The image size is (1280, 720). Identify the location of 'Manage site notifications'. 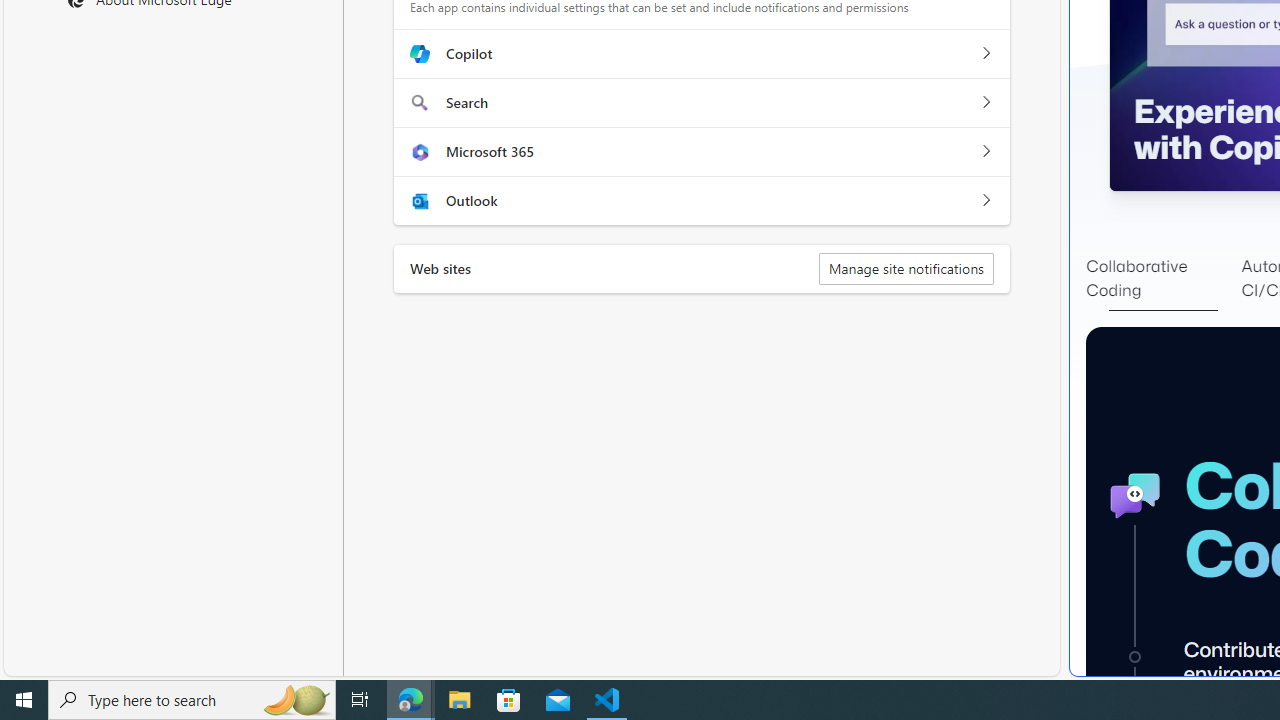
(905, 267).